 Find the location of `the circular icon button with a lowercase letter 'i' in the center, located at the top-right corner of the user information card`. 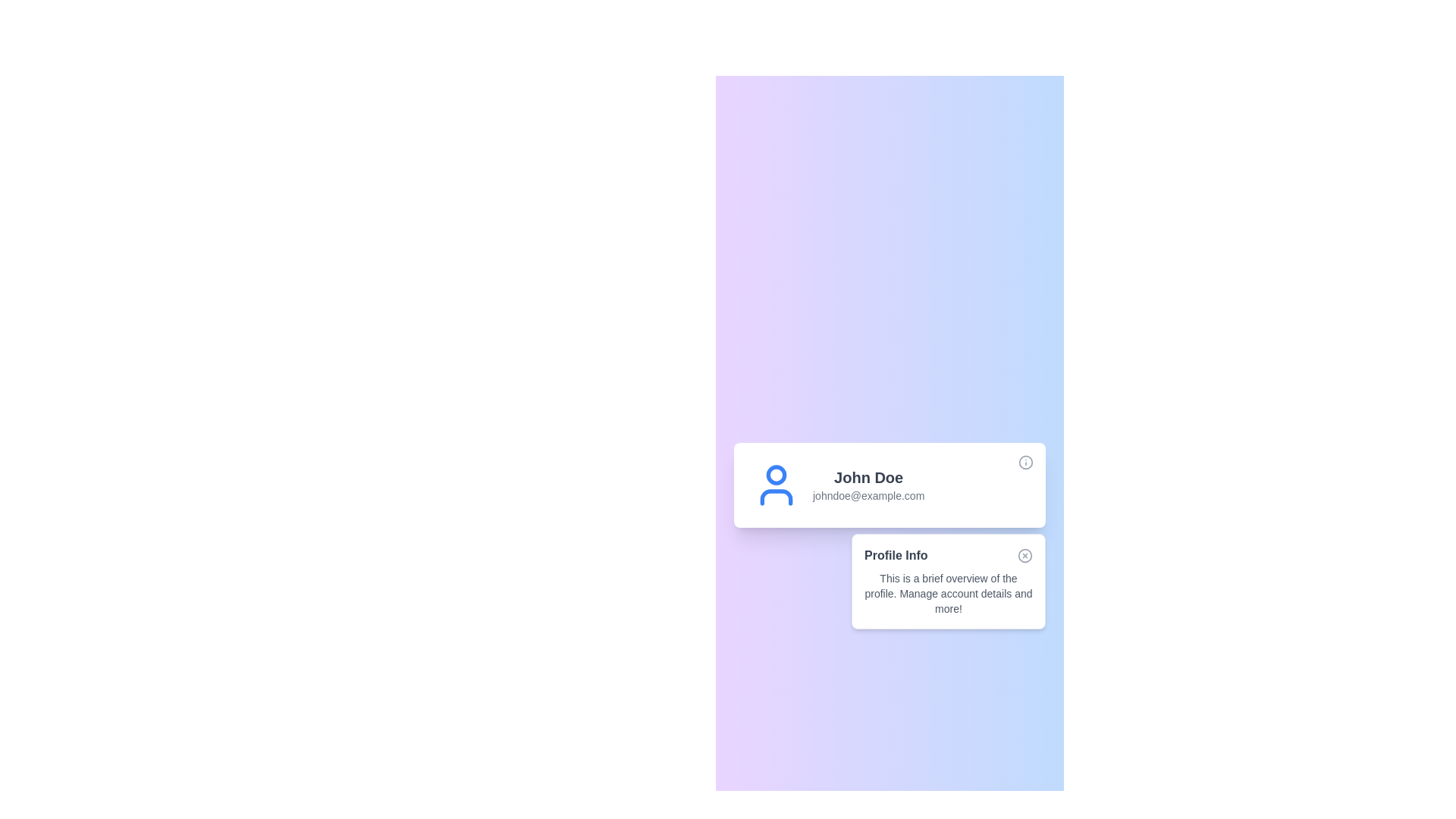

the circular icon button with a lowercase letter 'i' in the center, located at the top-right corner of the user information card is located at coordinates (1026, 461).